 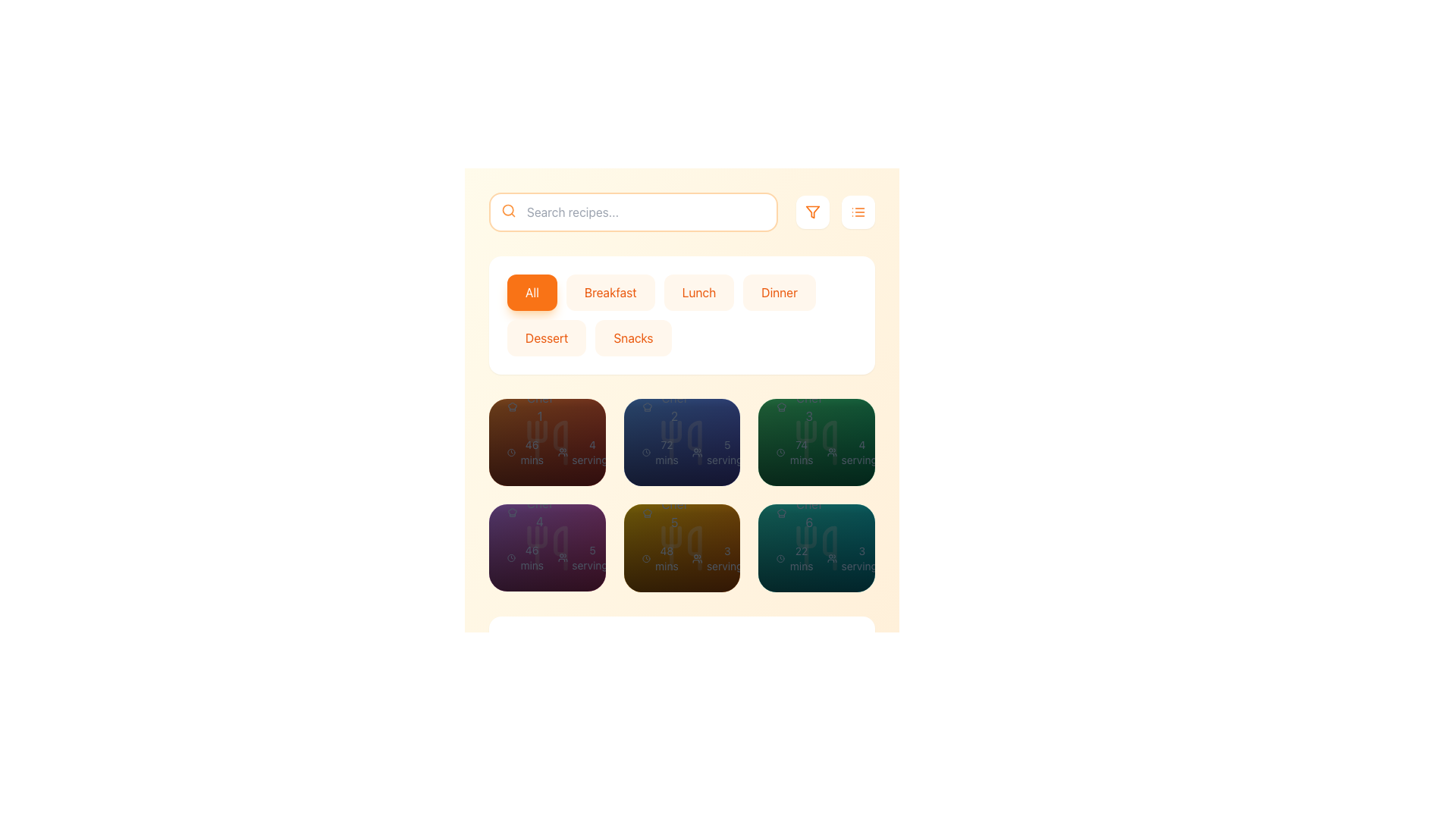 What do you see at coordinates (858, 212) in the screenshot?
I see `the toggle button located in the top-right section of the interface, which features a list-like icon` at bounding box center [858, 212].